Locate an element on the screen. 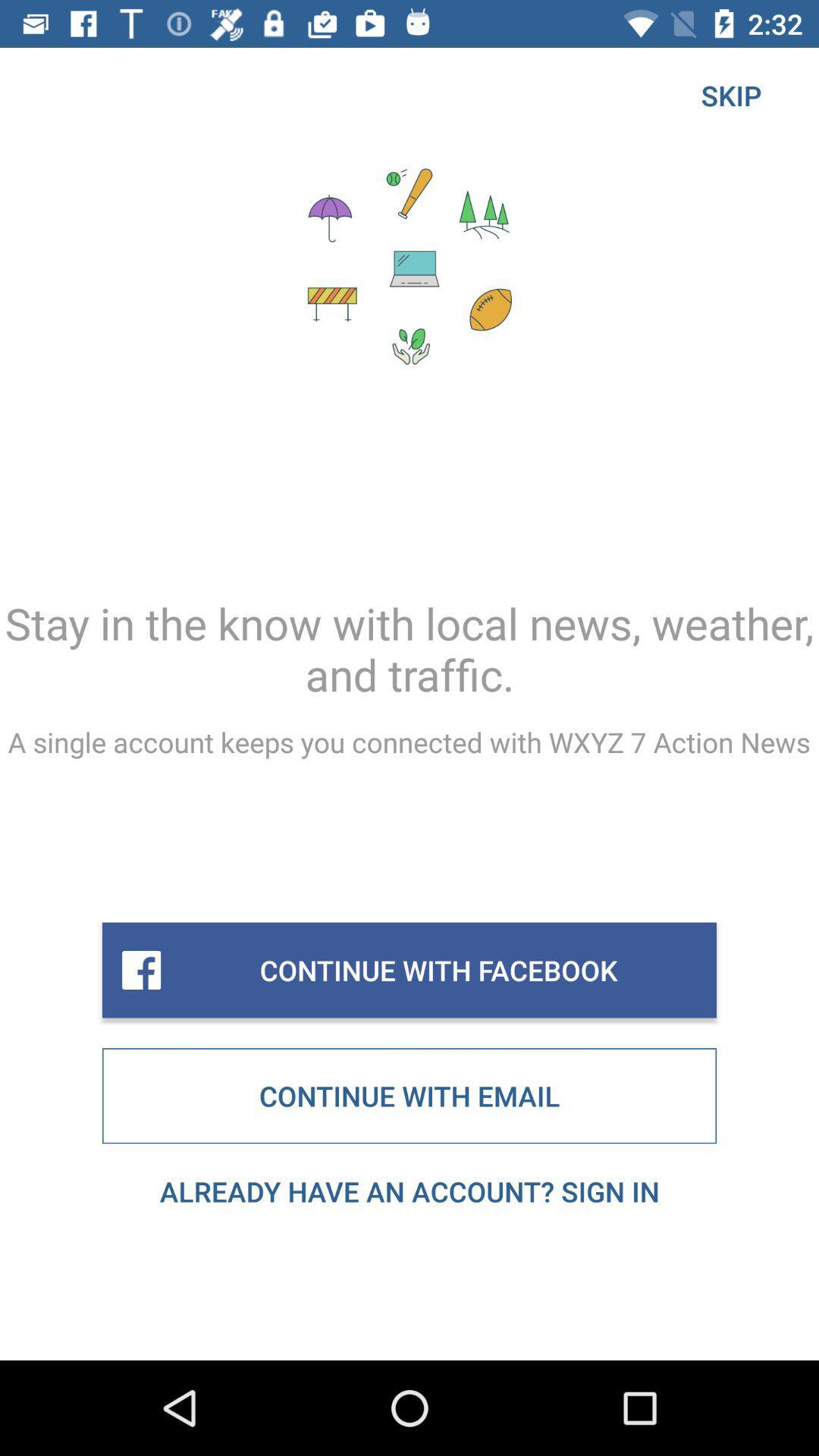  already have an icon is located at coordinates (409, 1191).